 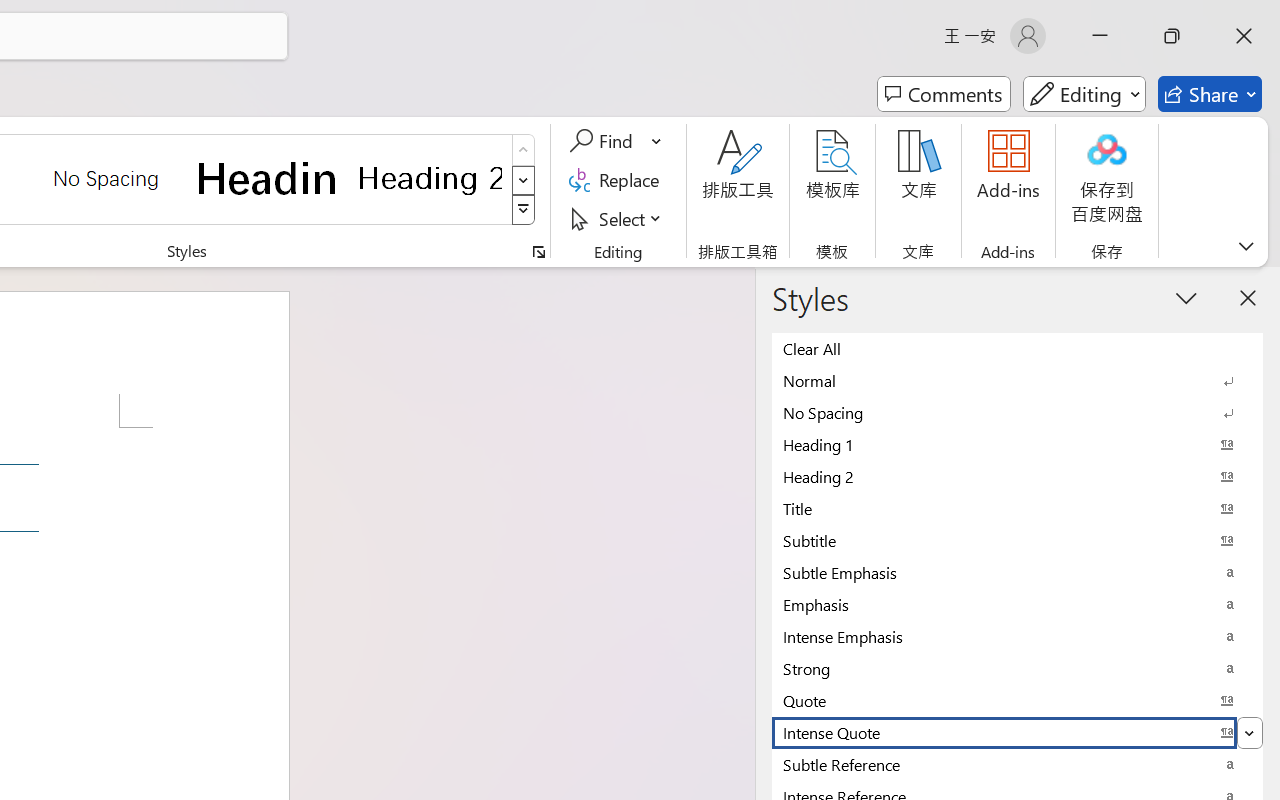 What do you see at coordinates (1017, 700) in the screenshot?
I see `'Quote'` at bounding box center [1017, 700].